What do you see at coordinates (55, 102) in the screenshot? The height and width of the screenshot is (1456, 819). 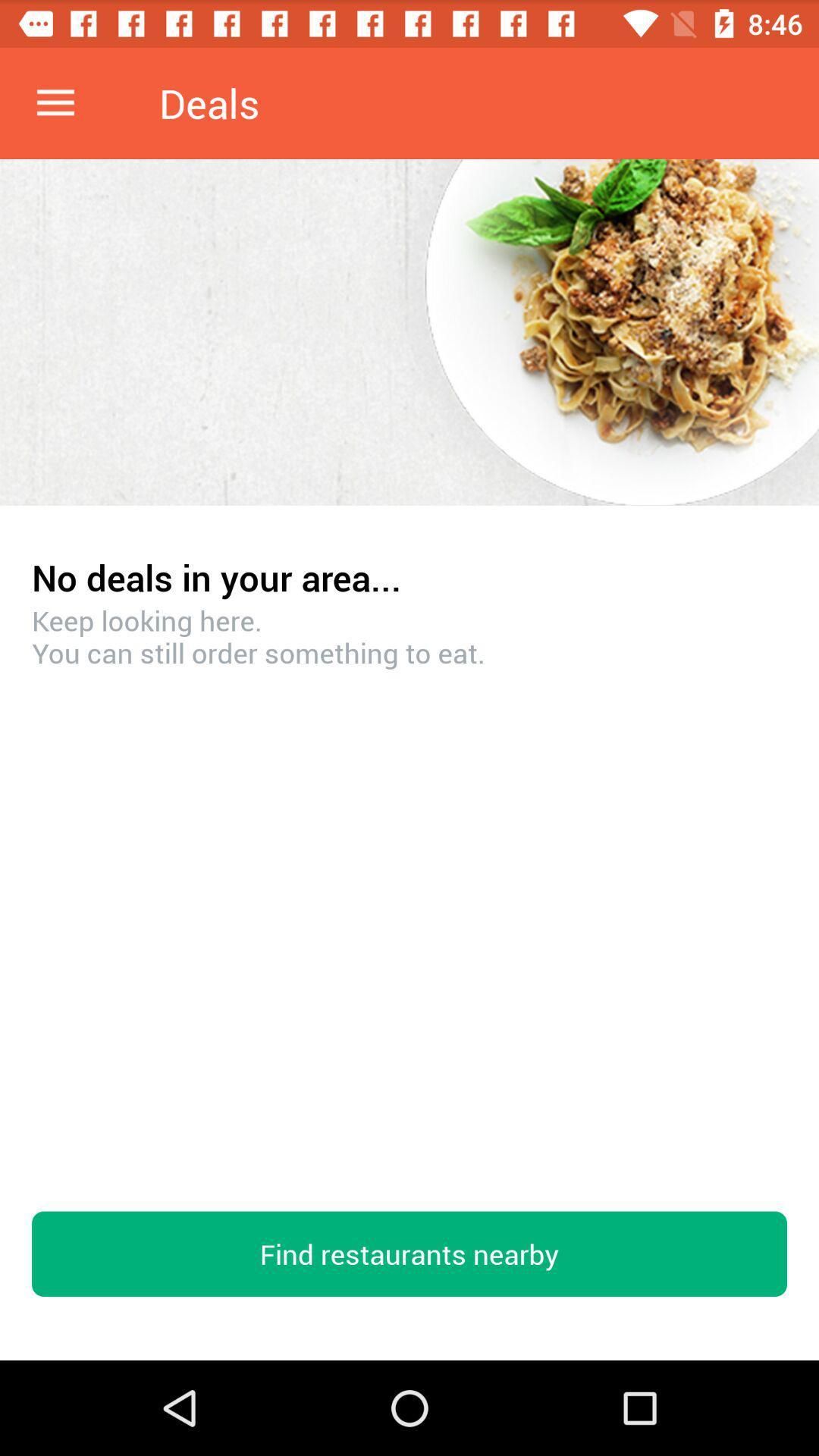 I see `more options` at bounding box center [55, 102].